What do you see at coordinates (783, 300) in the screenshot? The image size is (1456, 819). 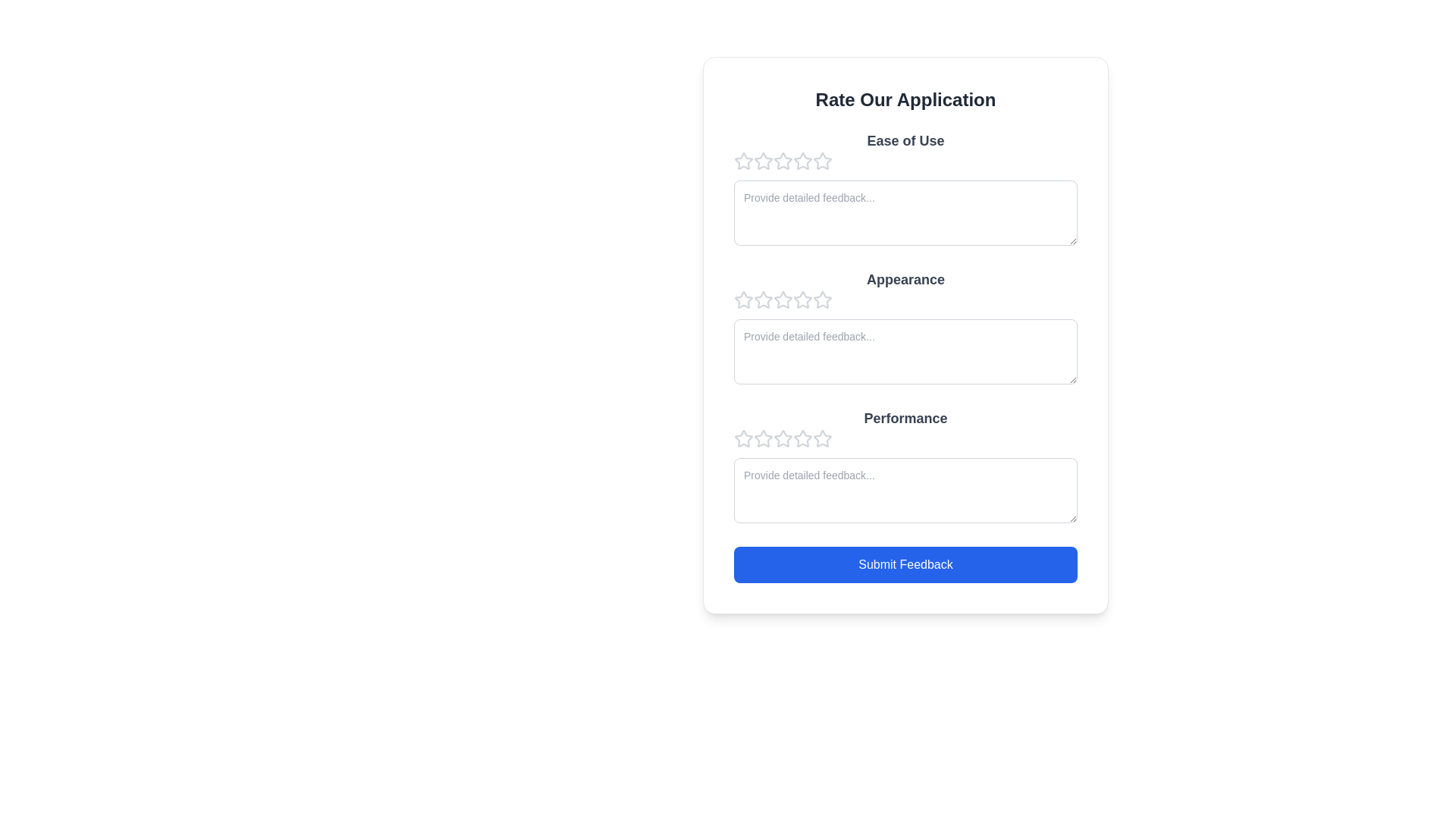 I see `the second star icon in the rating component labeled 'Appearance'` at bounding box center [783, 300].